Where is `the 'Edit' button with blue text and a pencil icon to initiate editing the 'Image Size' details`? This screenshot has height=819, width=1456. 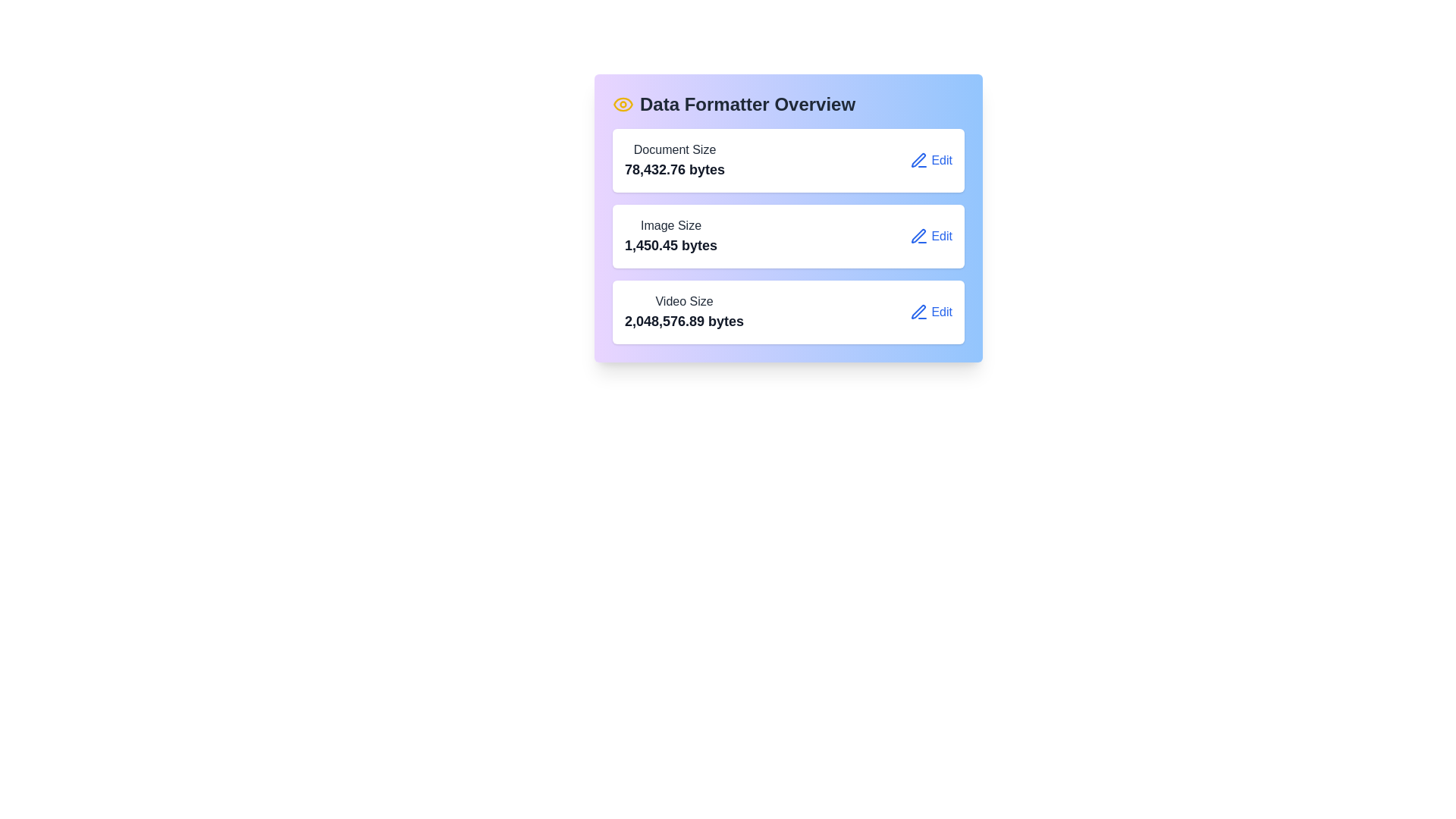 the 'Edit' button with blue text and a pencil icon to initiate editing the 'Image Size' details is located at coordinates (930, 237).